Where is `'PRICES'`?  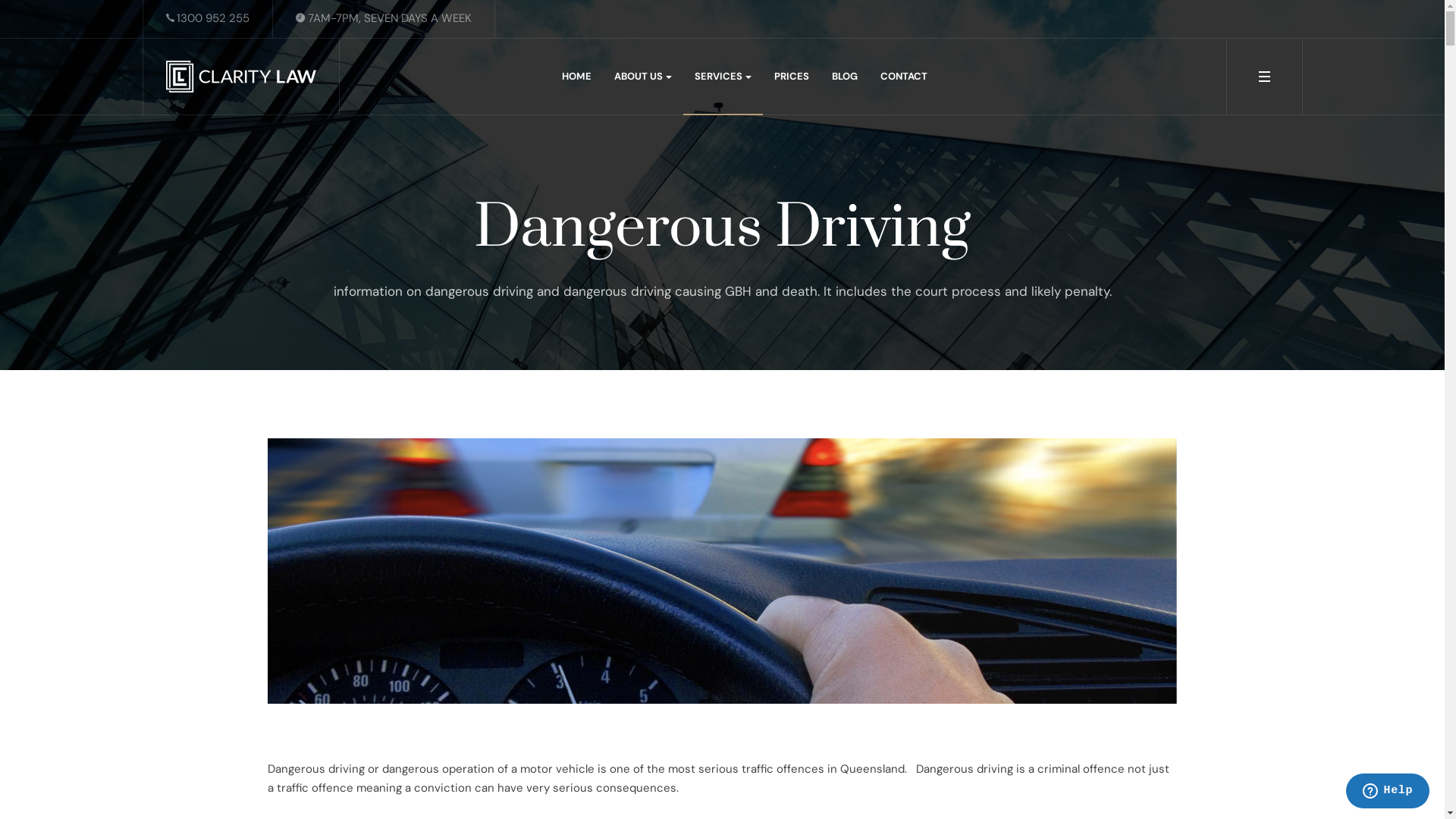 'PRICES' is located at coordinates (790, 76).